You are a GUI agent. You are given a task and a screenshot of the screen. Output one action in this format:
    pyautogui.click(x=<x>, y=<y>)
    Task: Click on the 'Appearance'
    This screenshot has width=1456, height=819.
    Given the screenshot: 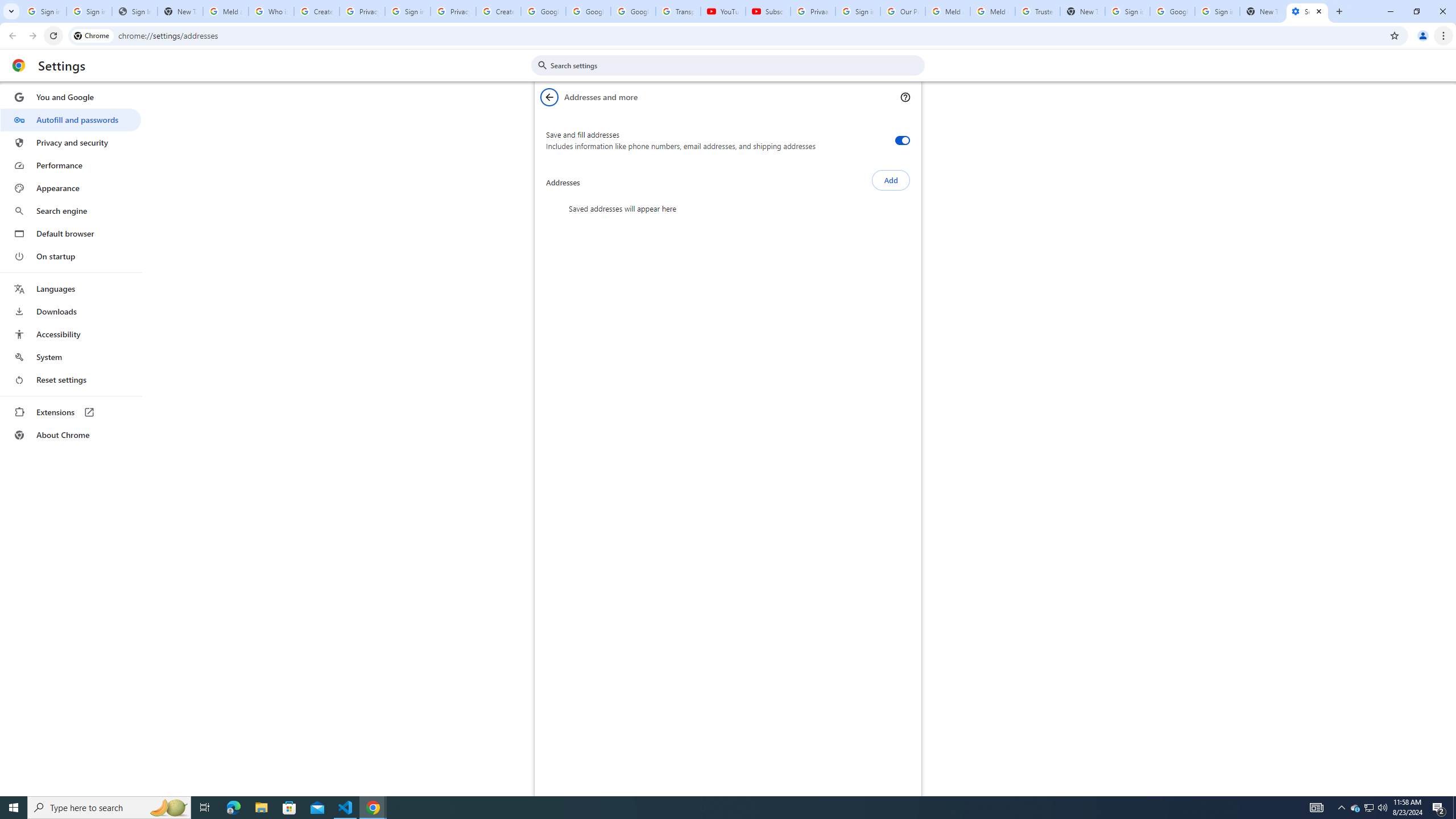 What is the action you would take?
    pyautogui.click(x=70, y=188)
    